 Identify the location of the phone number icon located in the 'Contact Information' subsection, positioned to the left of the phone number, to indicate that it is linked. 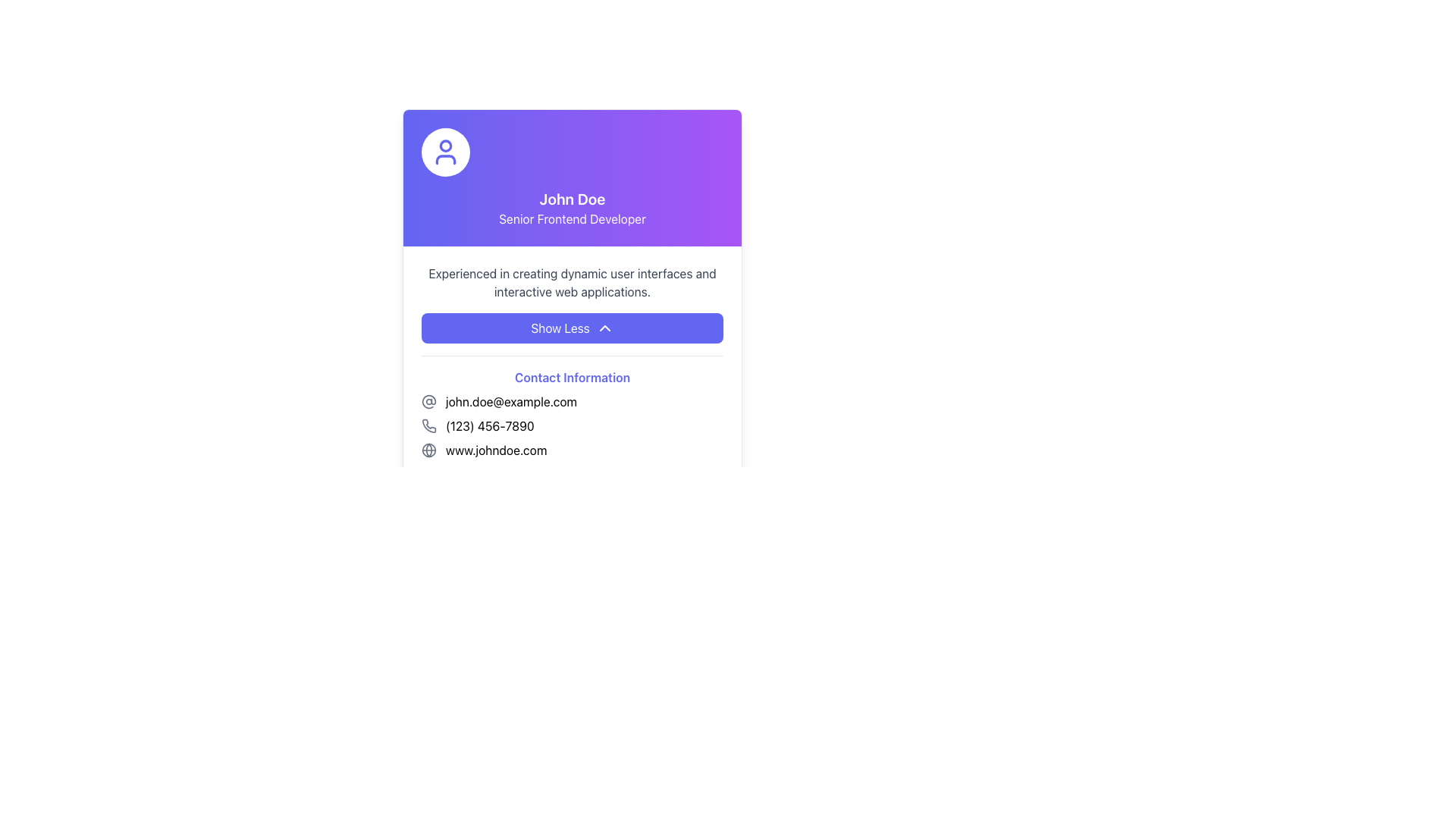
(428, 425).